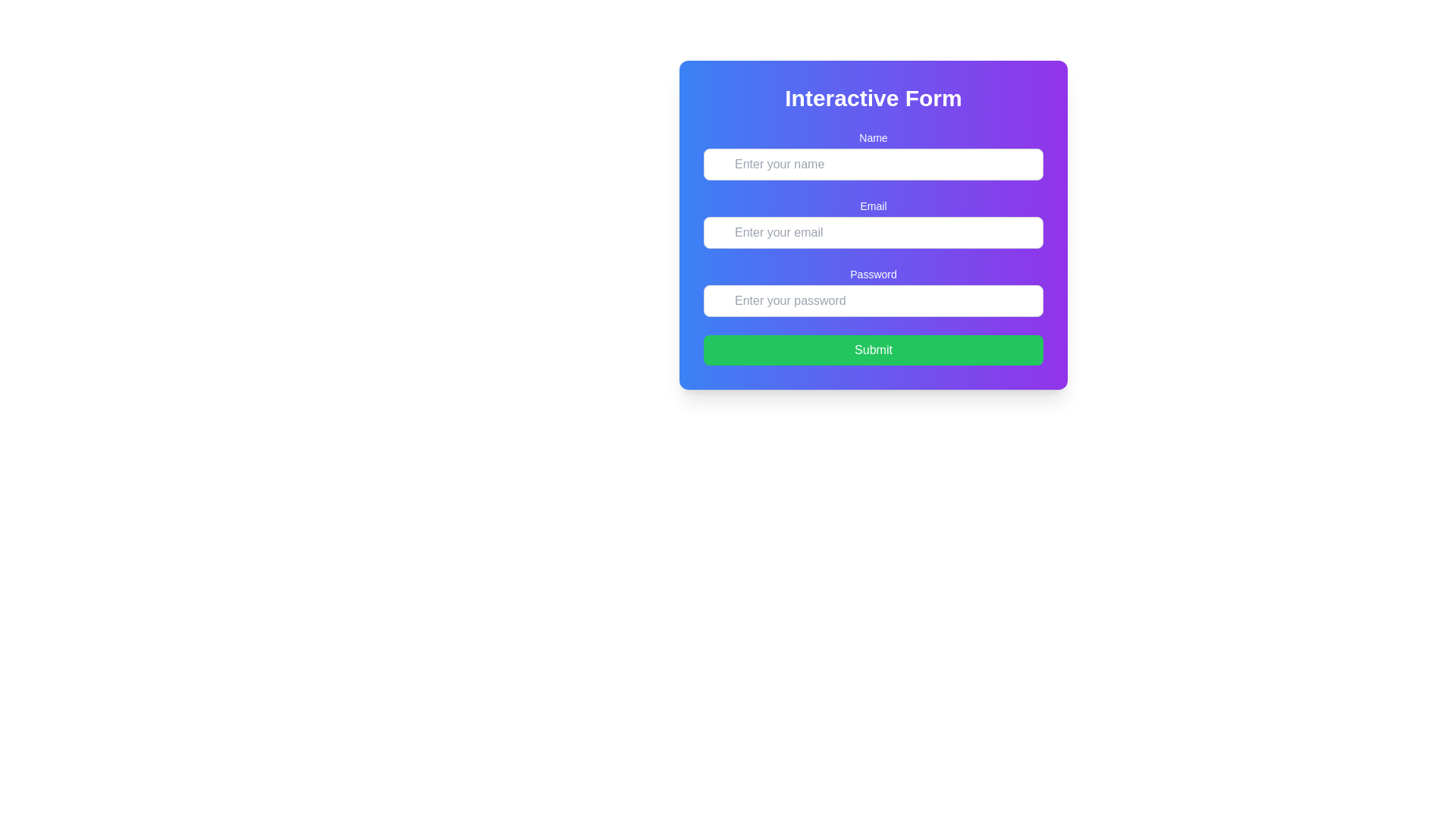 Image resolution: width=1456 pixels, height=819 pixels. Describe the element at coordinates (874, 275) in the screenshot. I see `the label that identifies the associated input field for entering a password, which is positioned above the password input field in the form` at that location.